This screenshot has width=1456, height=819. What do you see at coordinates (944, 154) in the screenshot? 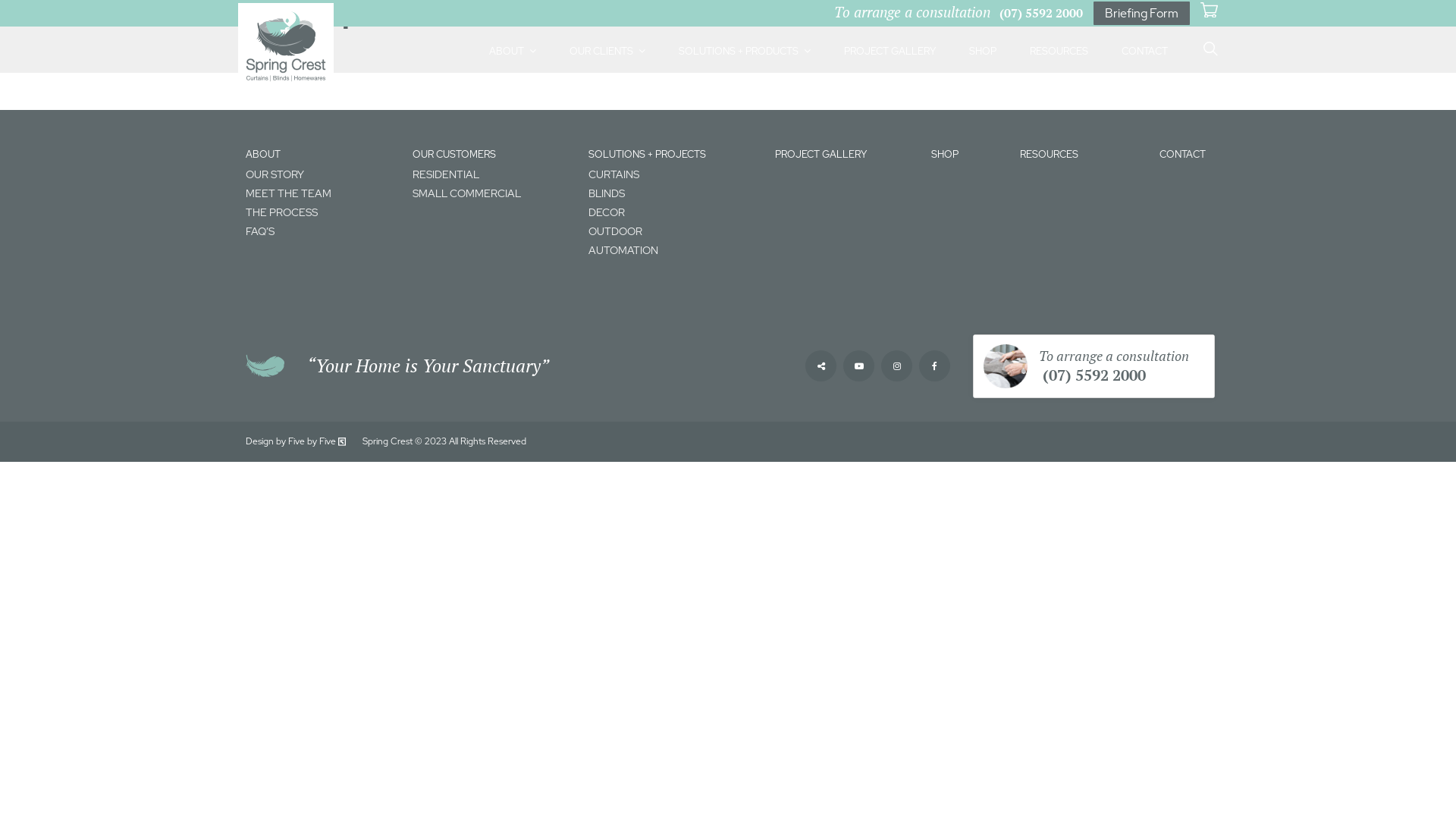
I see `'SHOP'` at bounding box center [944, 154].